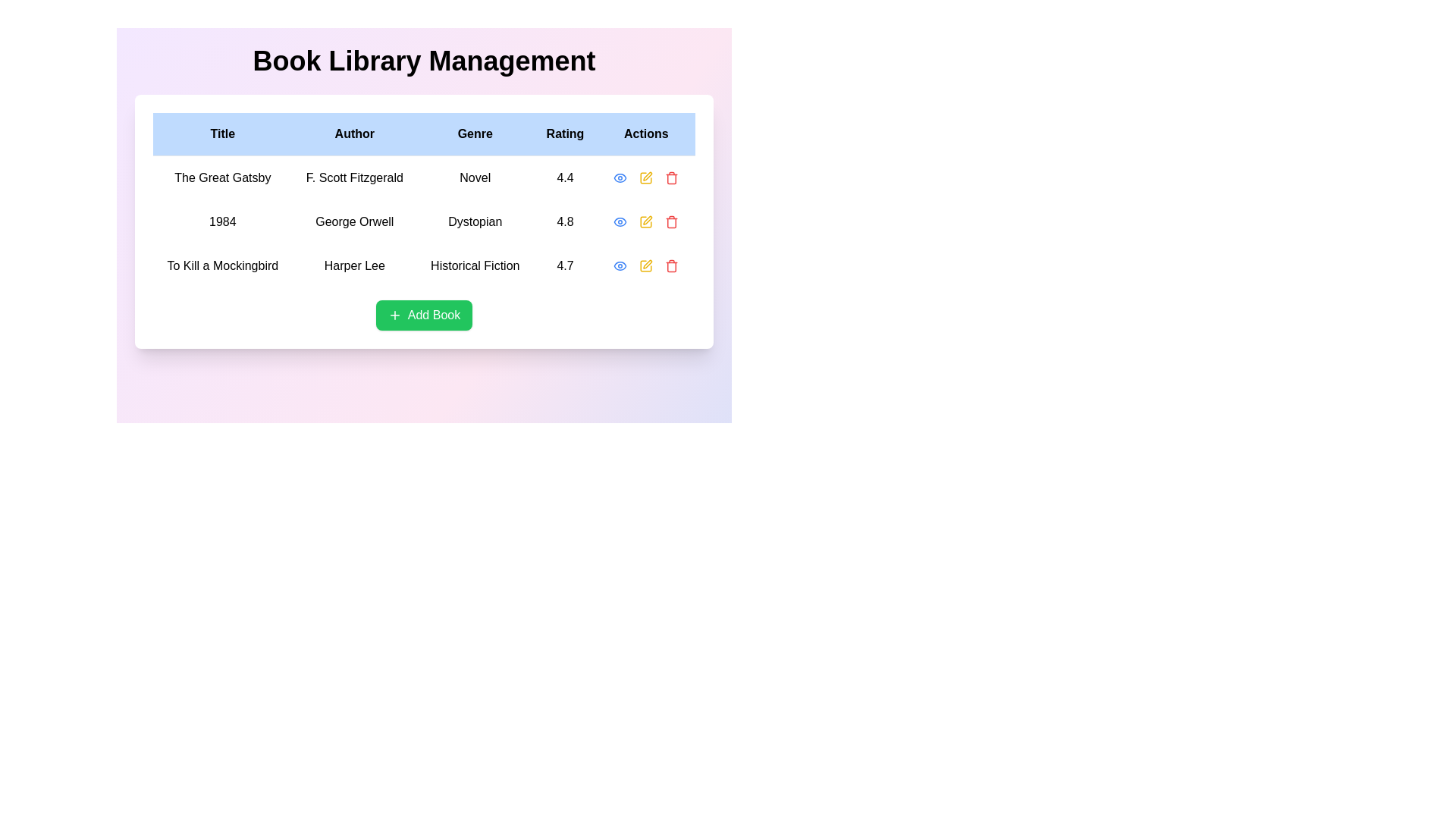 The height and width of the screenshot is (819, 1456). Describe the element at coordinates (646, 265) in the screenshot. I see `the yellow pen icon in the 'Actions' column of the last row in the table to initiate the editing action` at that location.